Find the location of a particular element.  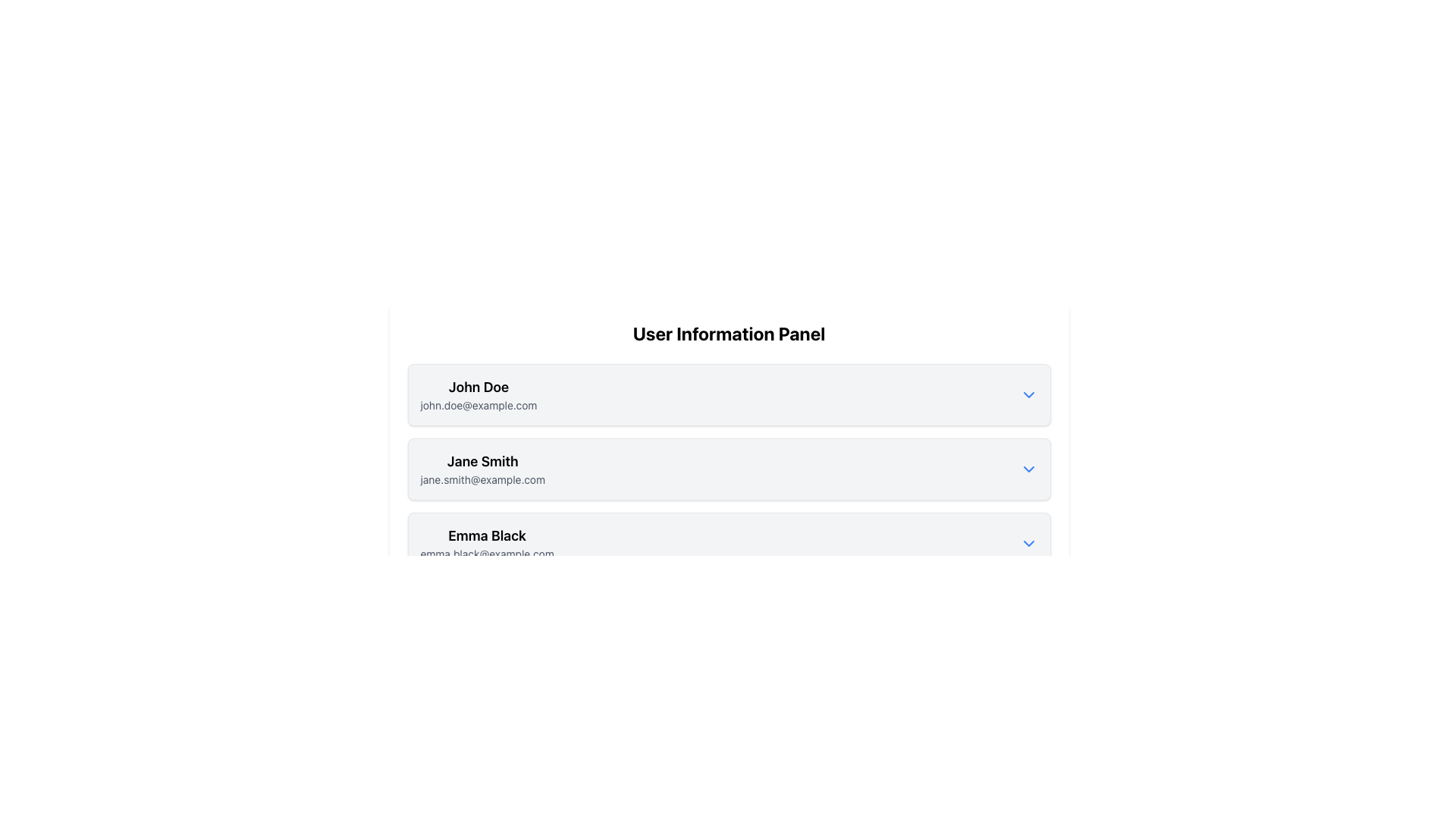

the bold text label 'John Doe' in the User Information Panel for potential actions is located at coordinates (478, 386).